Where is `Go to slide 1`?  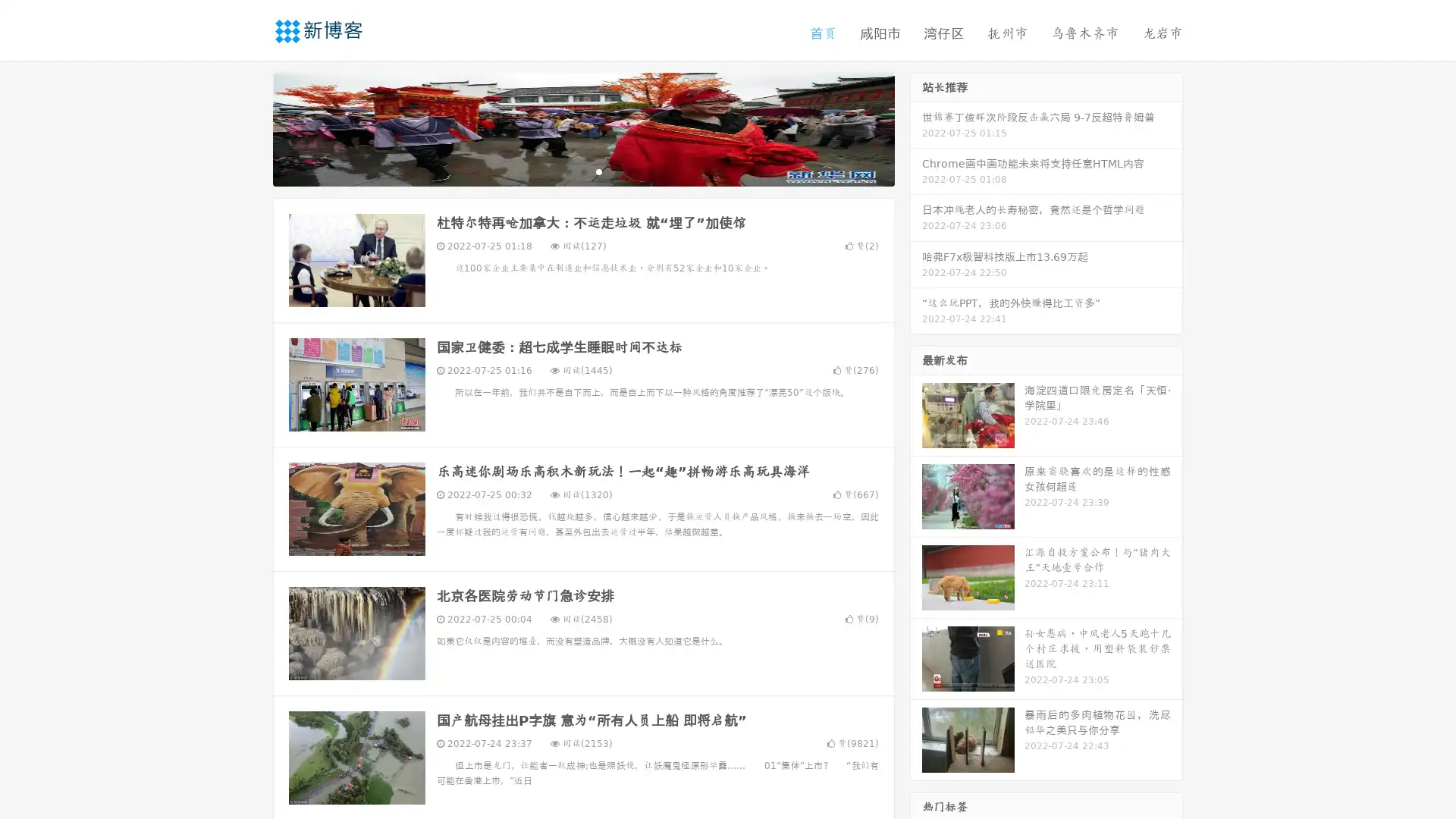
Go to slide 1 is located at coordinates (567, 171).